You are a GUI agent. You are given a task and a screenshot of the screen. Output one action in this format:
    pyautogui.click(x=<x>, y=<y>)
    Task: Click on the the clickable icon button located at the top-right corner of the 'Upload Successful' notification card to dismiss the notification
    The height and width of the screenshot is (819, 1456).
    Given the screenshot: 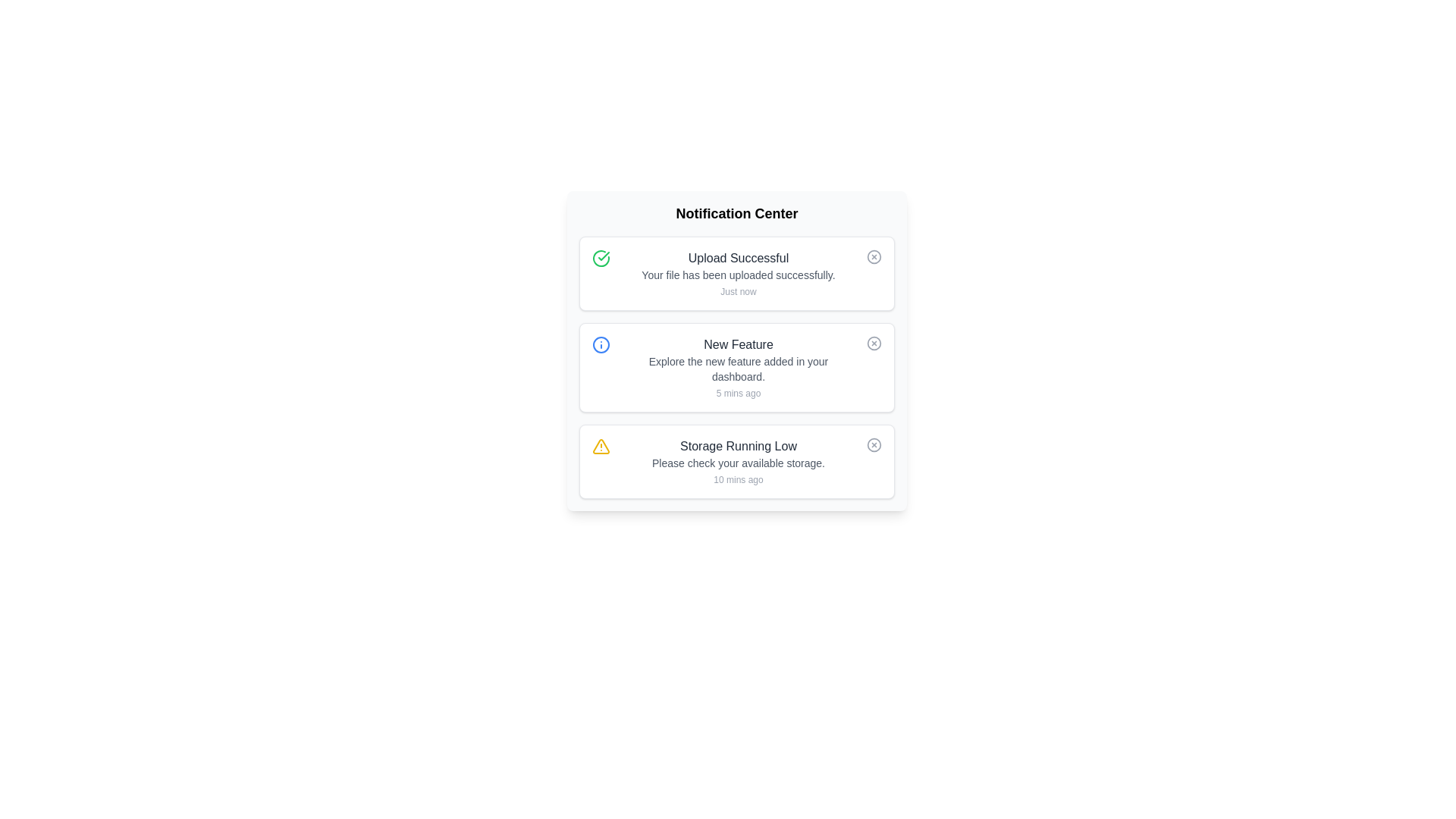 What is the action you would take?
    pyautogui.click(x=874, y=256)
    